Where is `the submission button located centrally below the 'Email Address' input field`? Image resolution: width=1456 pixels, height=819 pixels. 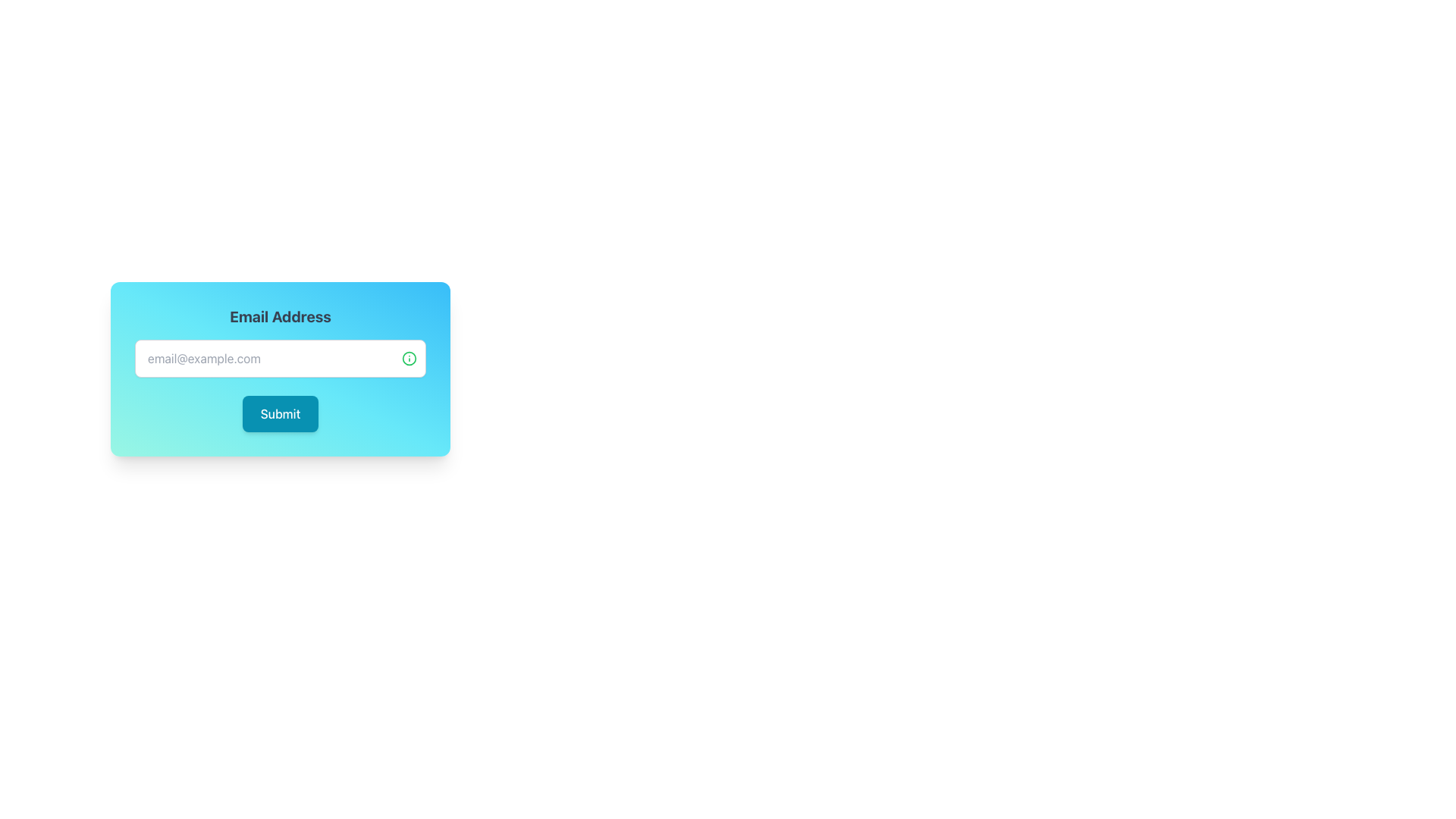
the submission button located centrally below the 'Email Address' input field is located at coordinates (280, 414).